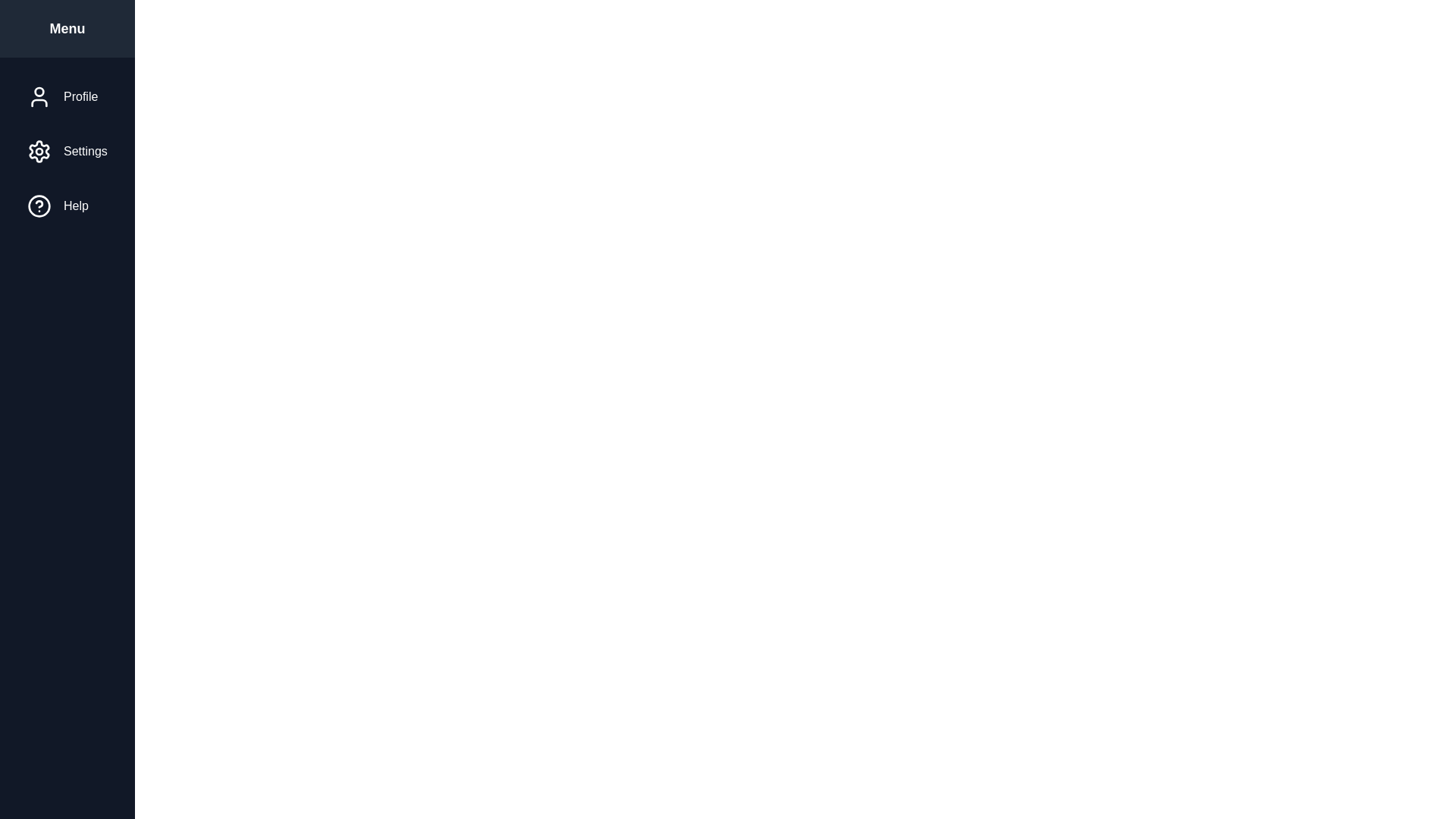 This screenshot has height=819, width=1456. Describe the element at coordinates (27, 27) in the screenshot. I see `the button at the top-left corner to toggle the sidebar visibility` at that location.